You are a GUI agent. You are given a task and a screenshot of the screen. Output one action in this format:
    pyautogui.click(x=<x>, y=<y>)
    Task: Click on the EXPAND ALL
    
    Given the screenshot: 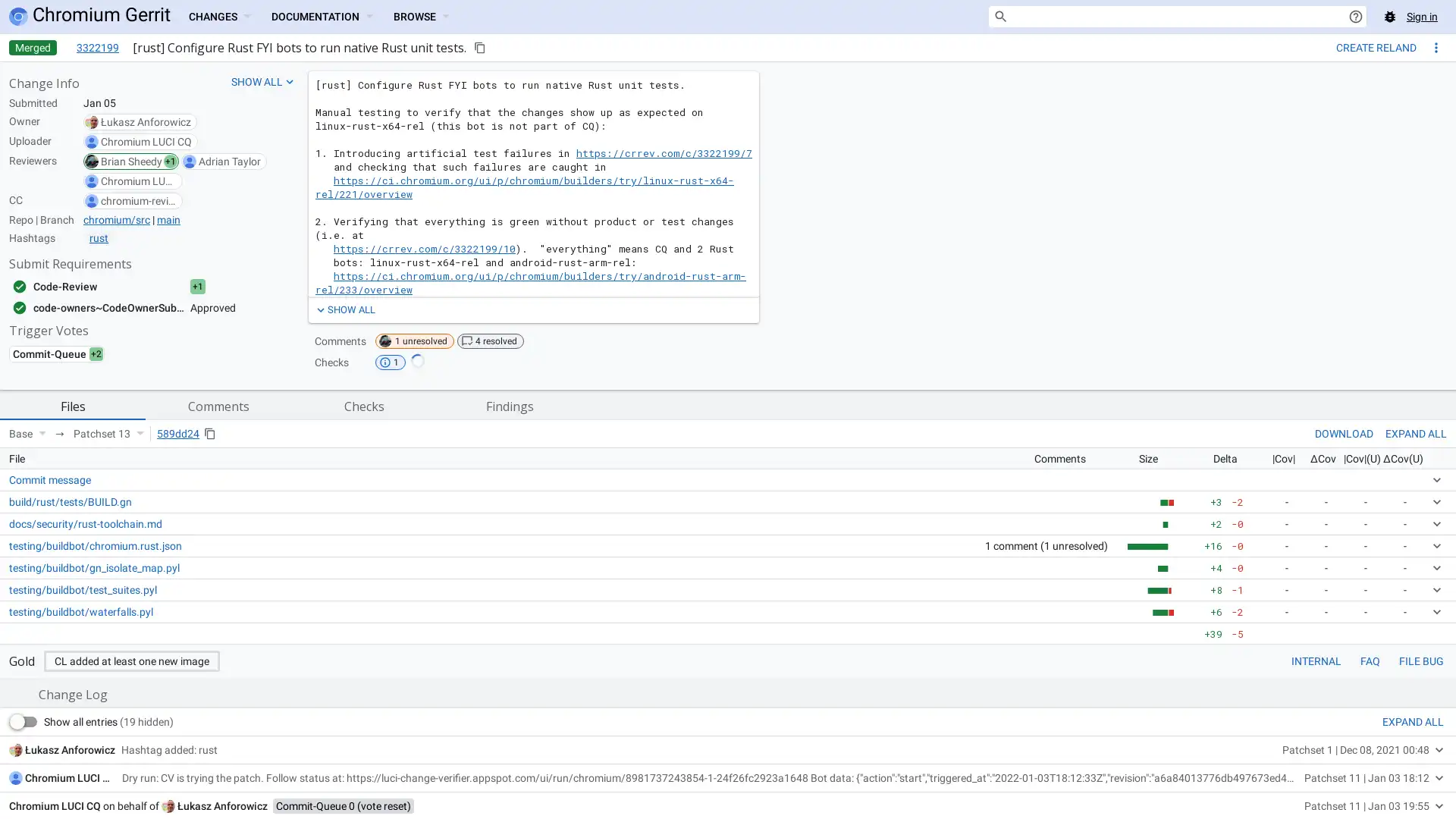 What is the action you would take?
    pyautogui.click(x=1415, y=433)
    